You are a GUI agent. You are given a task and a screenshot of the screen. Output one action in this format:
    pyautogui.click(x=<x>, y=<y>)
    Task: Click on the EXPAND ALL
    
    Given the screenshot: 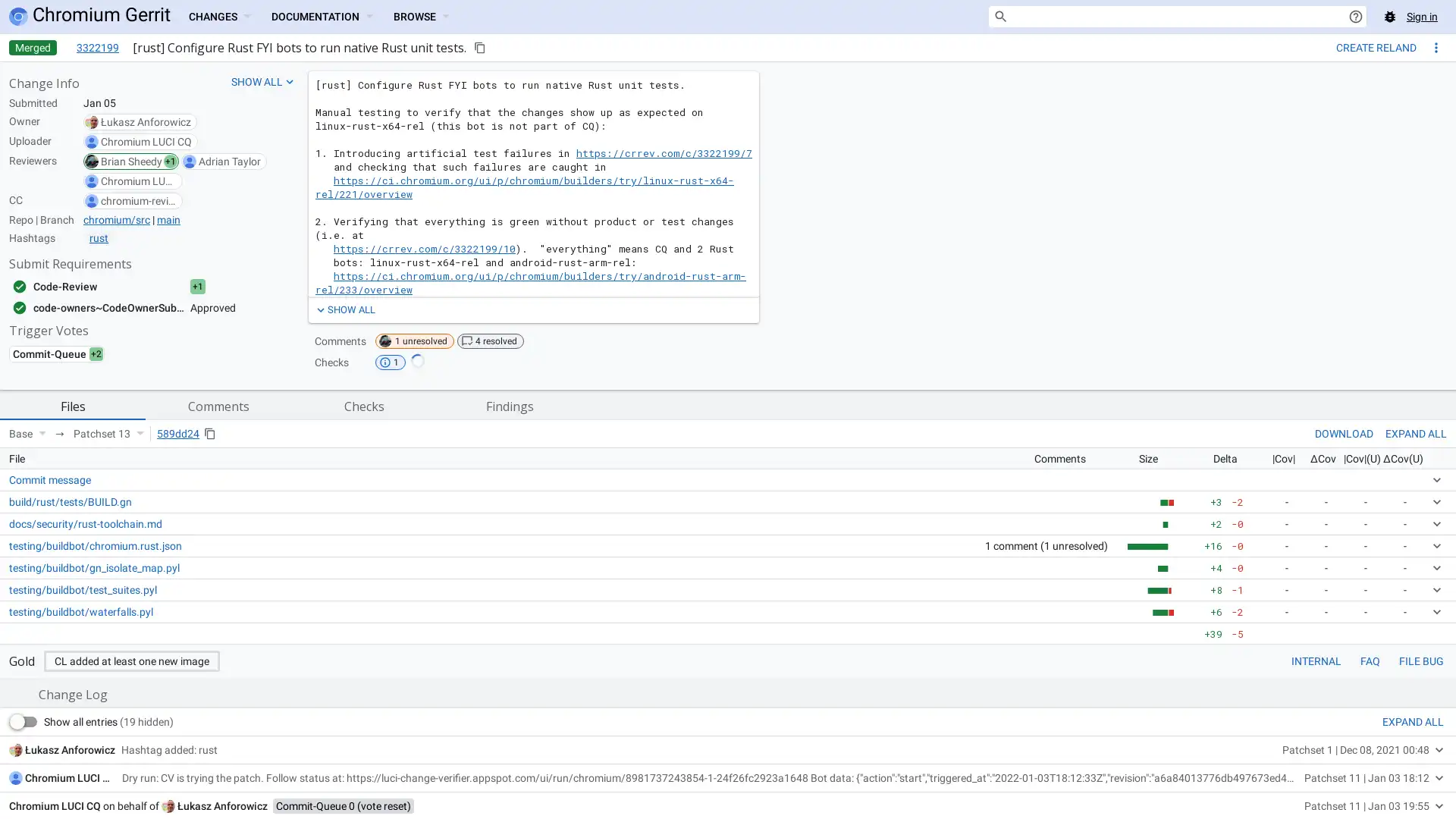 What is the action you would take?
    pyautogui.click(x=1415, y=433)
    